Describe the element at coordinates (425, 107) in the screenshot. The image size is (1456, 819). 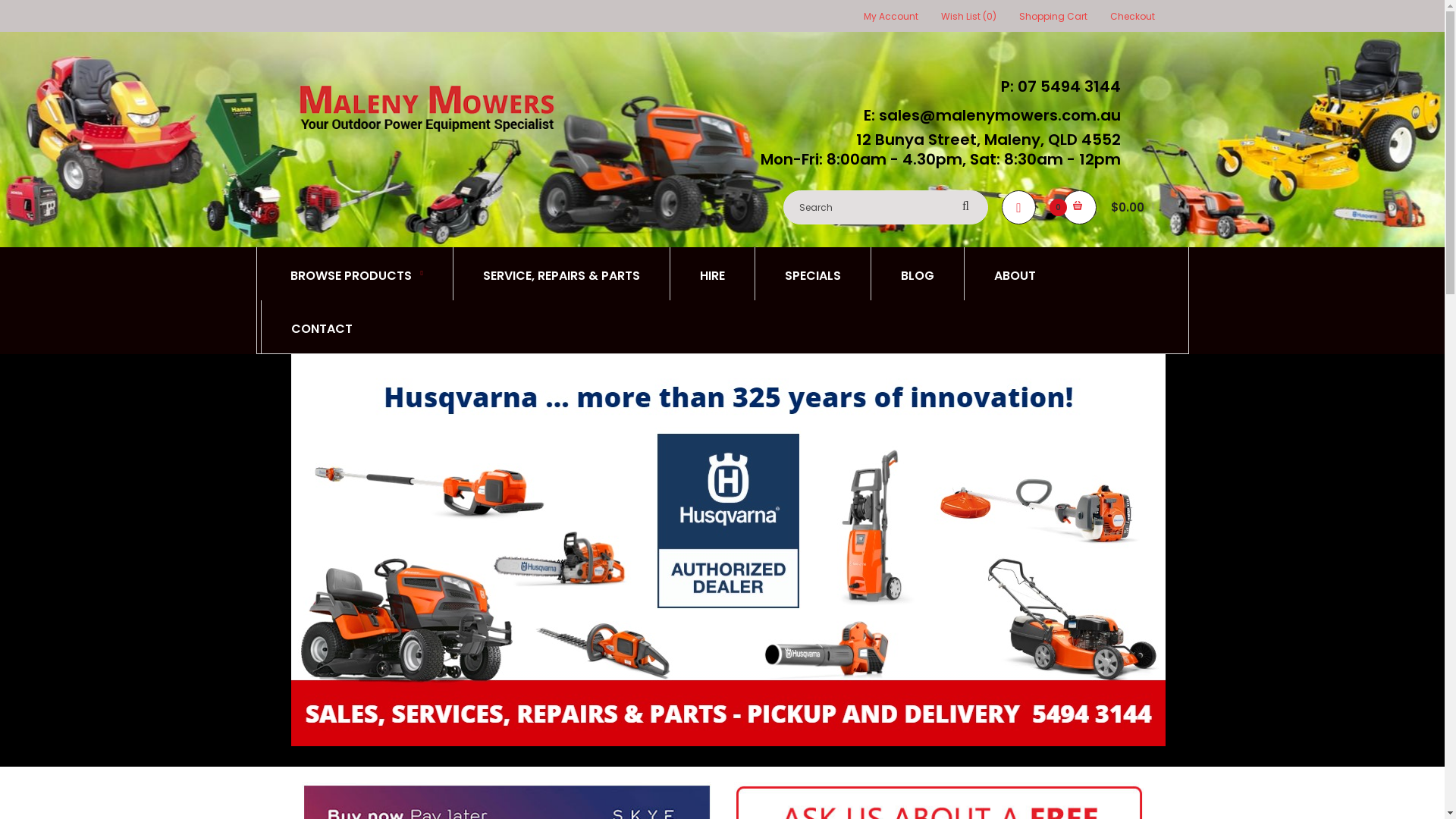
I see `'Maleny Mowers'` at that location.